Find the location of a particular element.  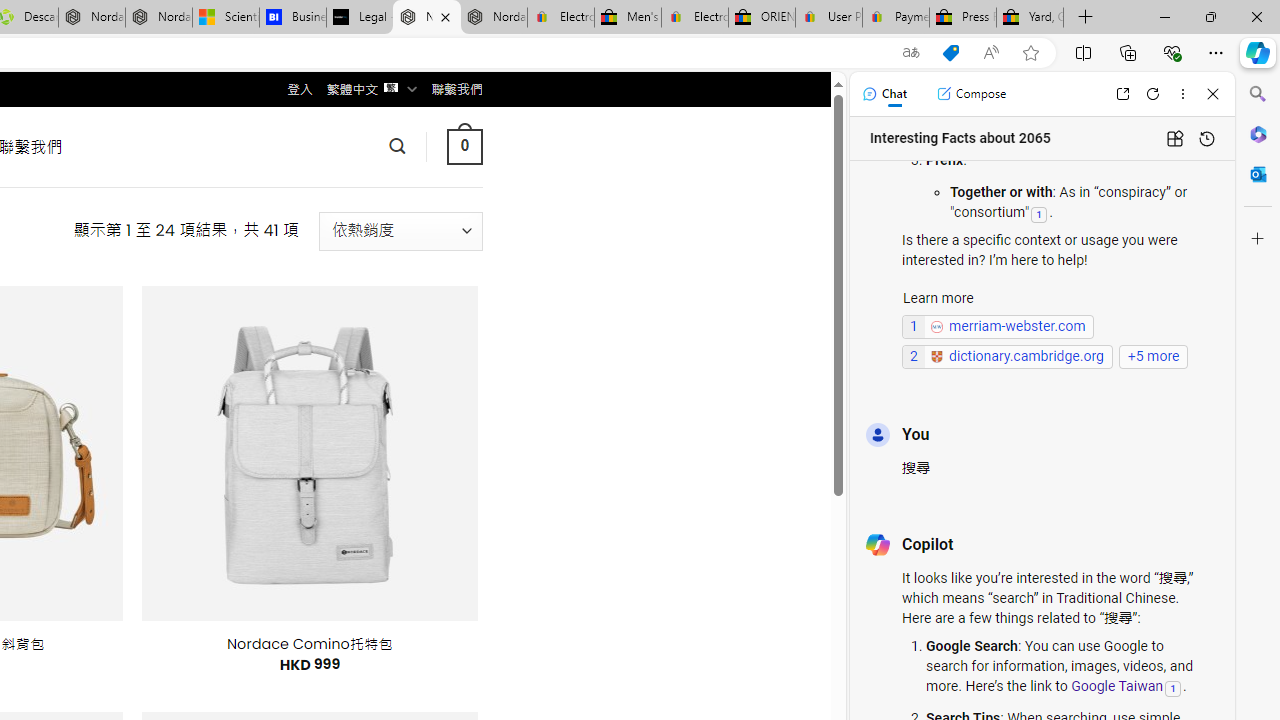

'Show translate options' is located at coordinates (909, 52).